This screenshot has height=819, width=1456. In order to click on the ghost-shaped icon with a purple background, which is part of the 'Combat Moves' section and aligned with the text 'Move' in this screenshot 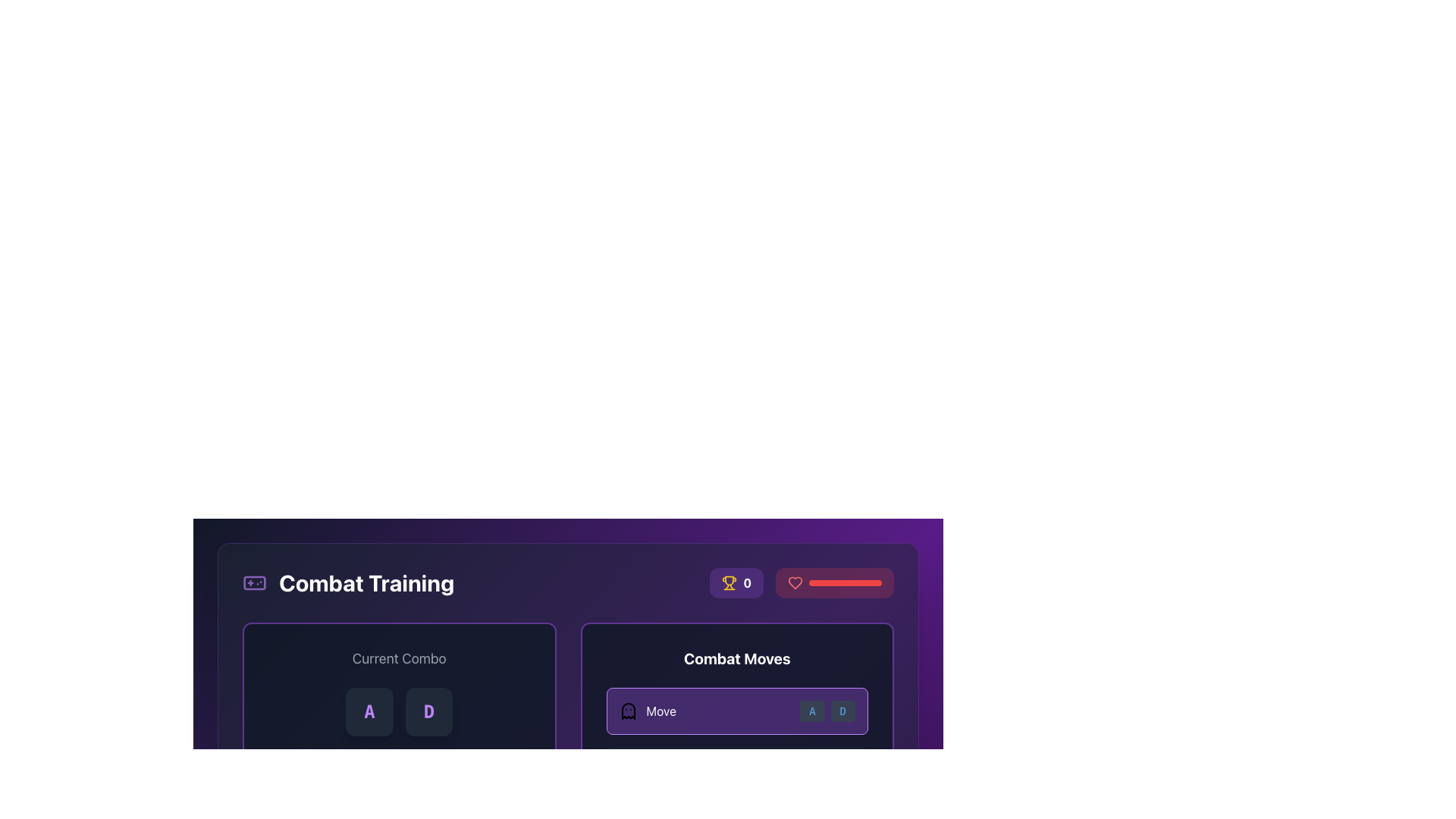, I will do `click(628, 711)`.